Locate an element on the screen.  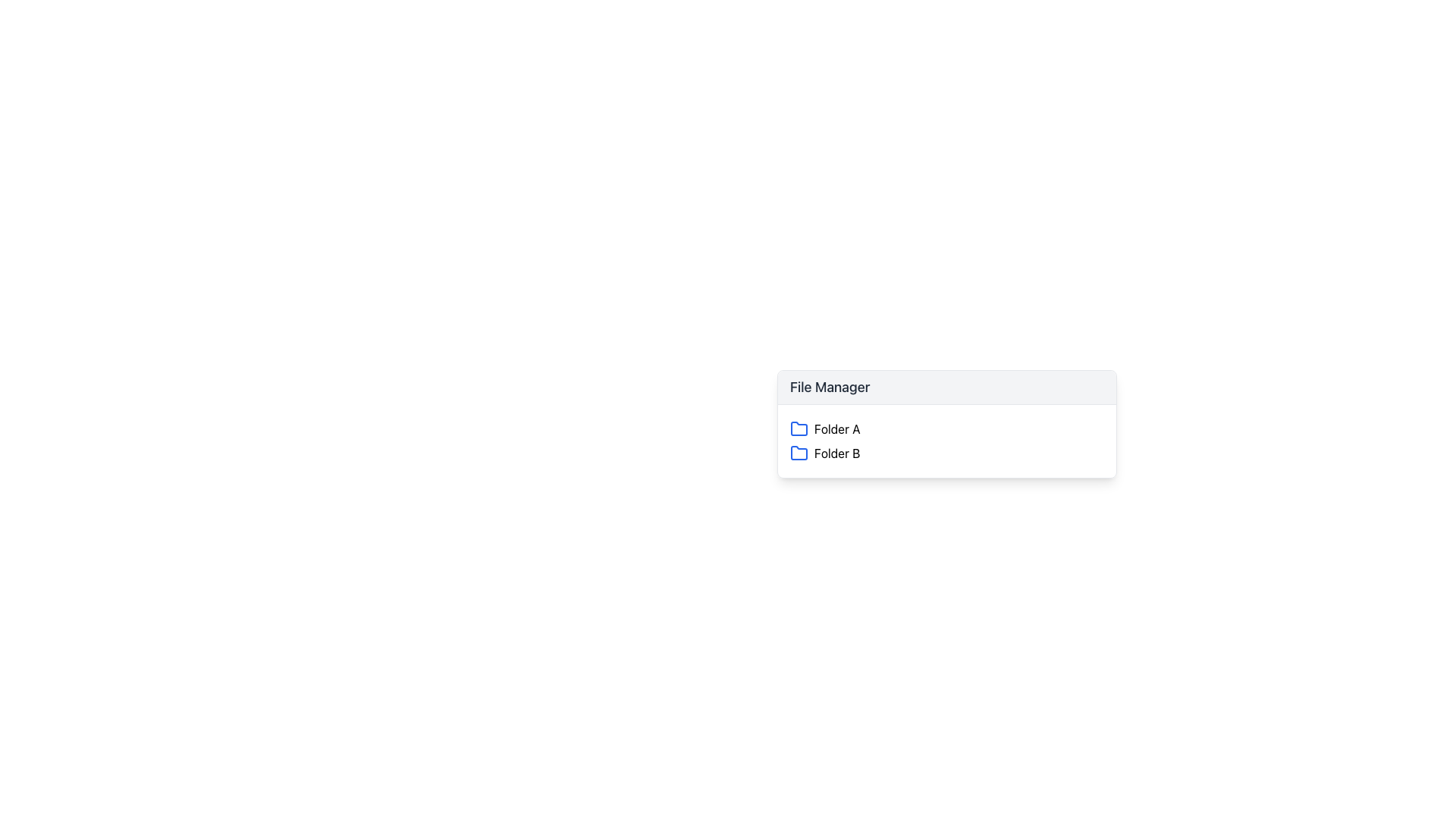
the Folder Icon representing 'Folder B' in the second row of the 'File Manager' list is located at coordinates (799, 452).